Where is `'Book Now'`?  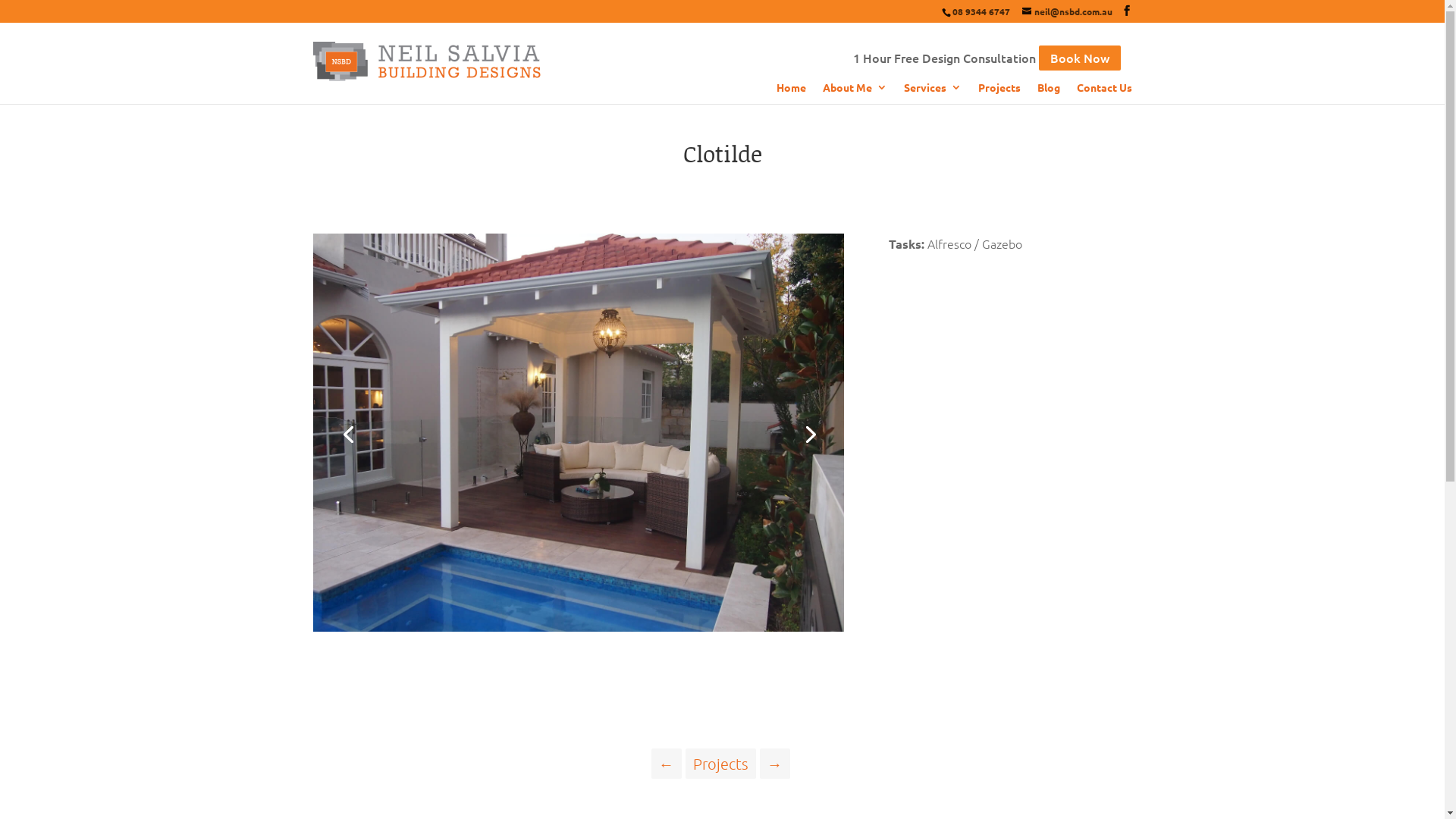
'Book Now' is located at coordinates (1037, 57).